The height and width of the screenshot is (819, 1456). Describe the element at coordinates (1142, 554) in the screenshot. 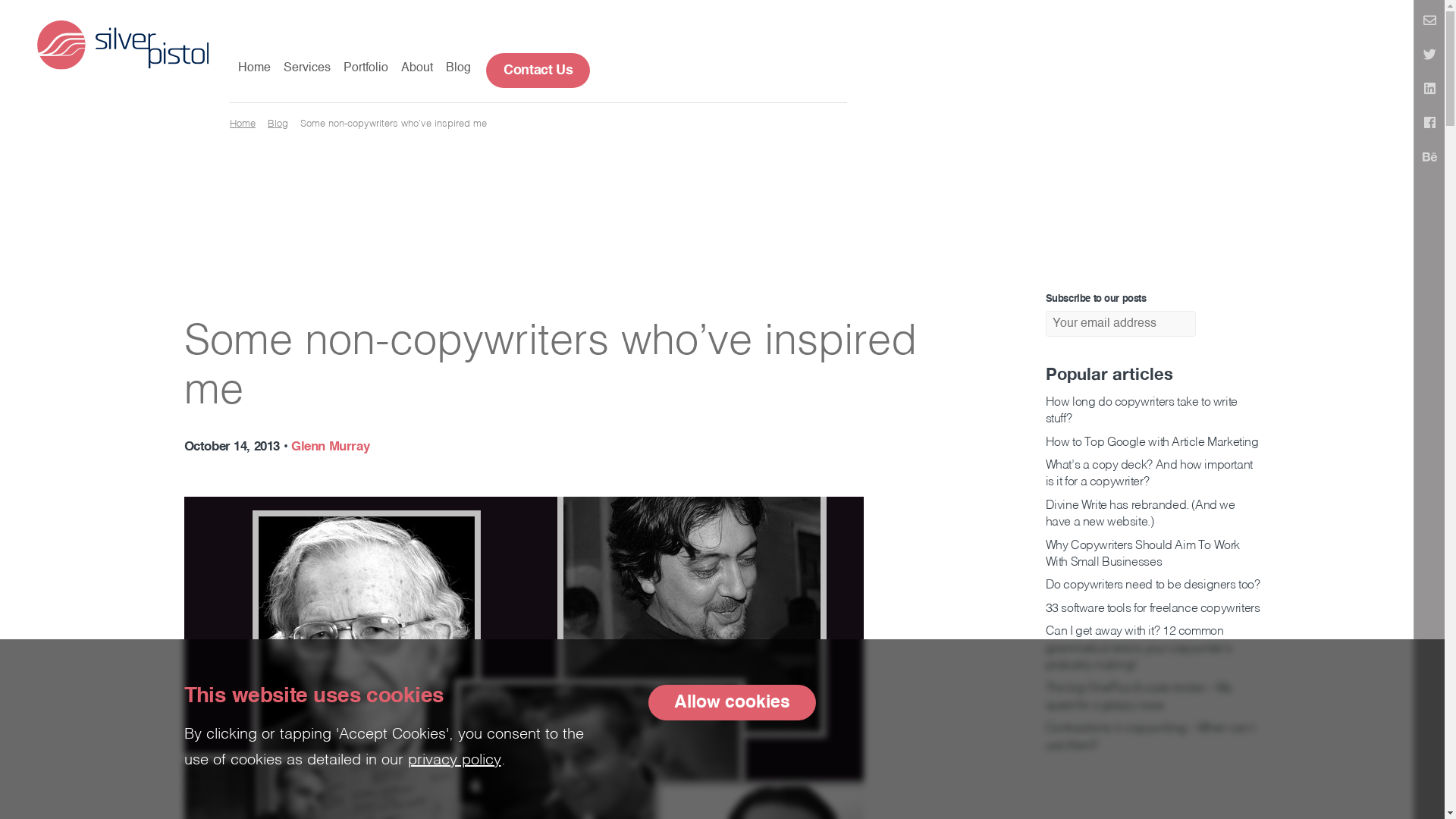

I see `'Why Copywriters Should Aim To Work With Small Businesses'` at that location.